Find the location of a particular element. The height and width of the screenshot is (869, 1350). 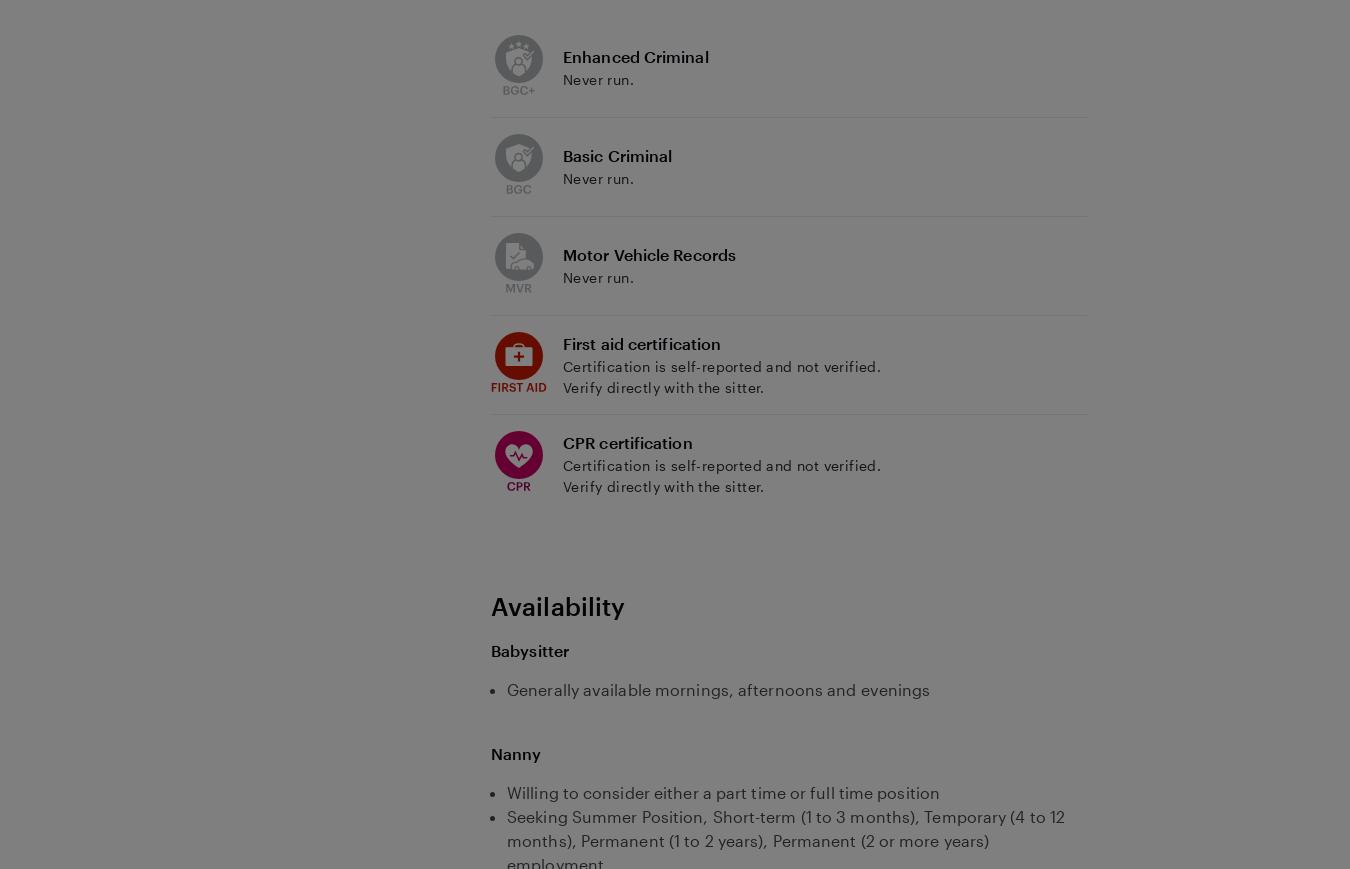

'Babysitter' is located at coordinates (489, 649).